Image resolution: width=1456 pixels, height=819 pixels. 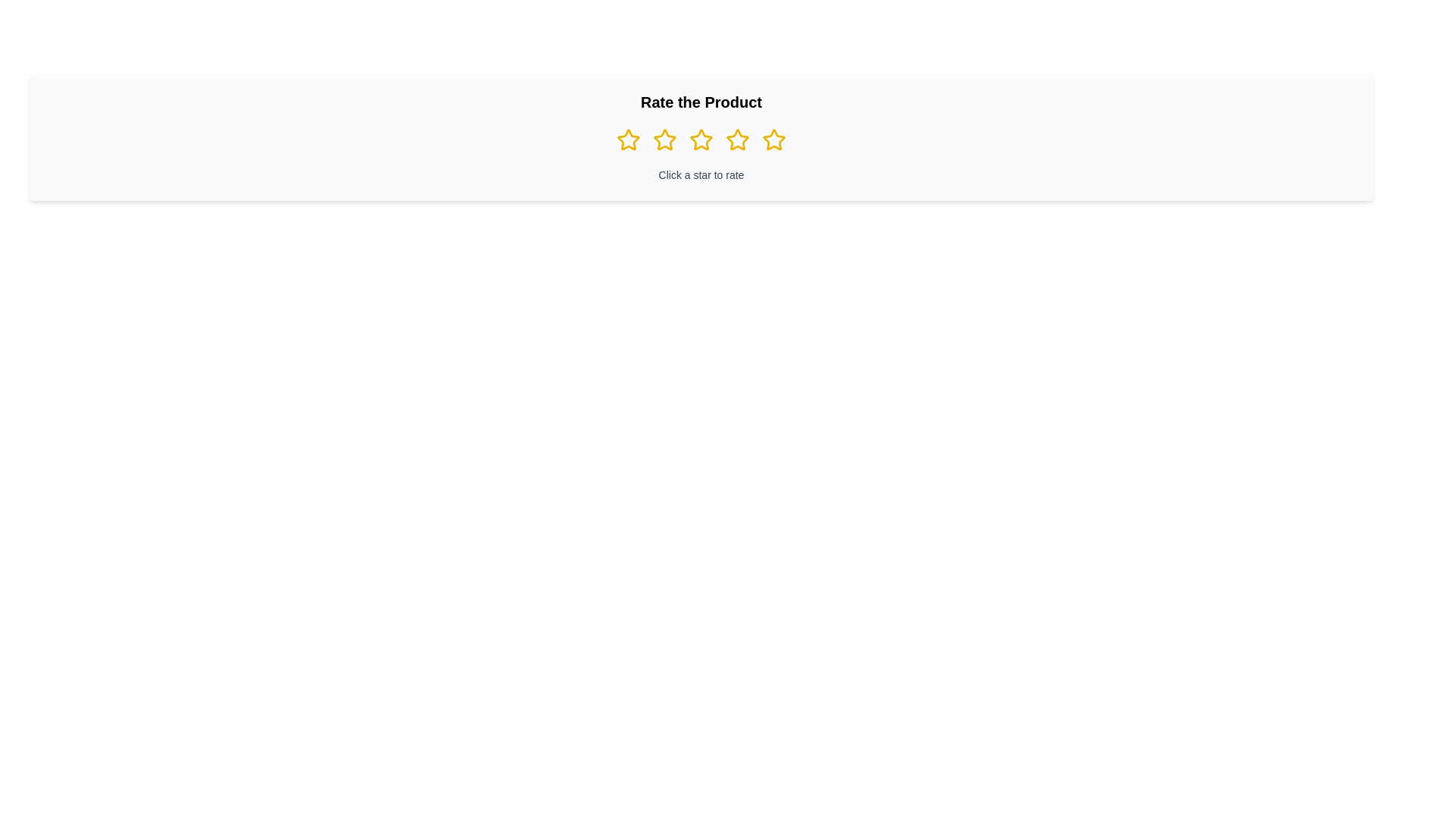 What do you see at coordinates (629, 140) in the screenshot?
I see `the first star icon in the rating system` at bounding box center [629, 140].